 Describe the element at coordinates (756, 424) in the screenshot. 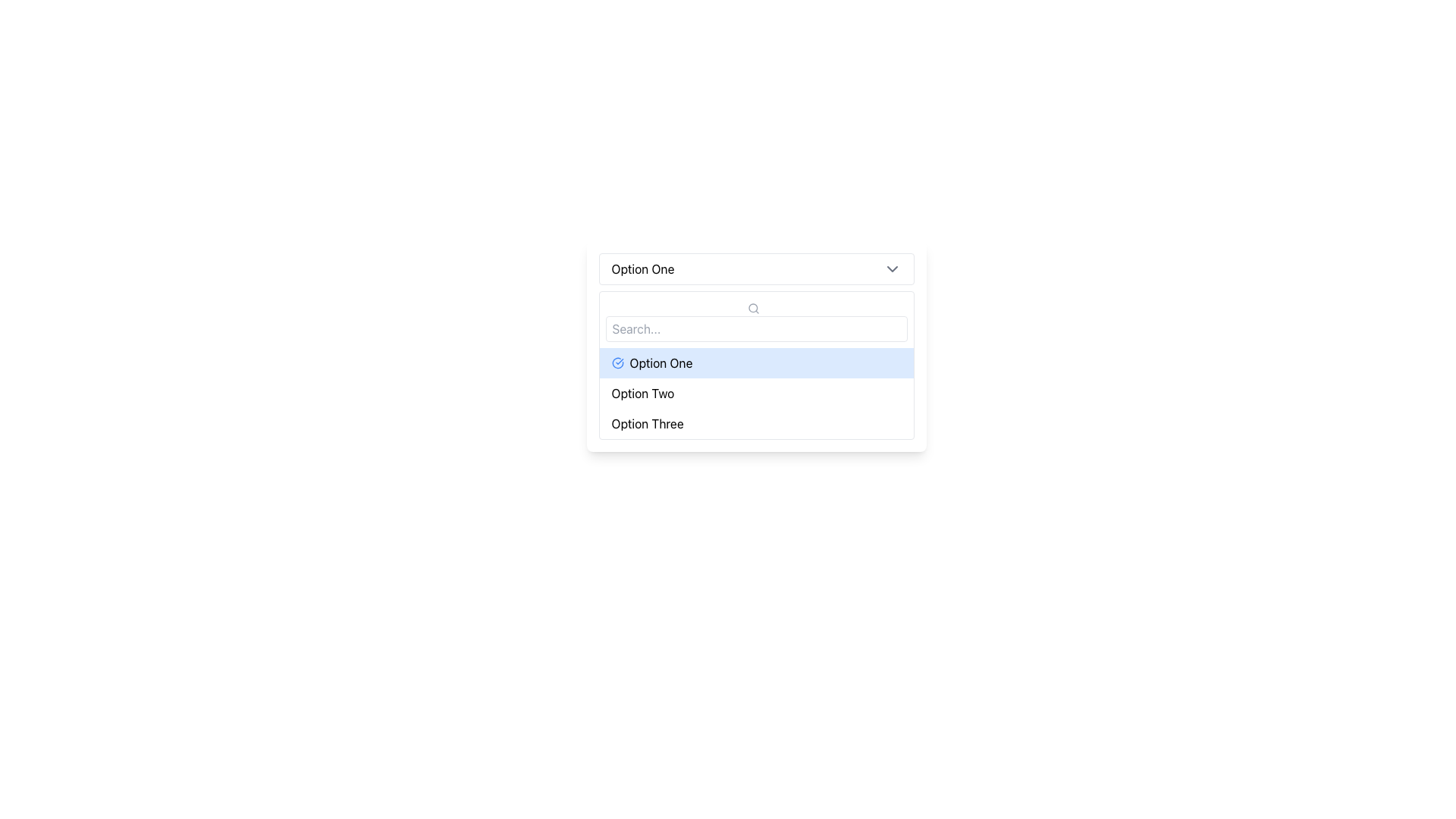

I see `the dropdown menu item labeled 'Option Three'` at that location.